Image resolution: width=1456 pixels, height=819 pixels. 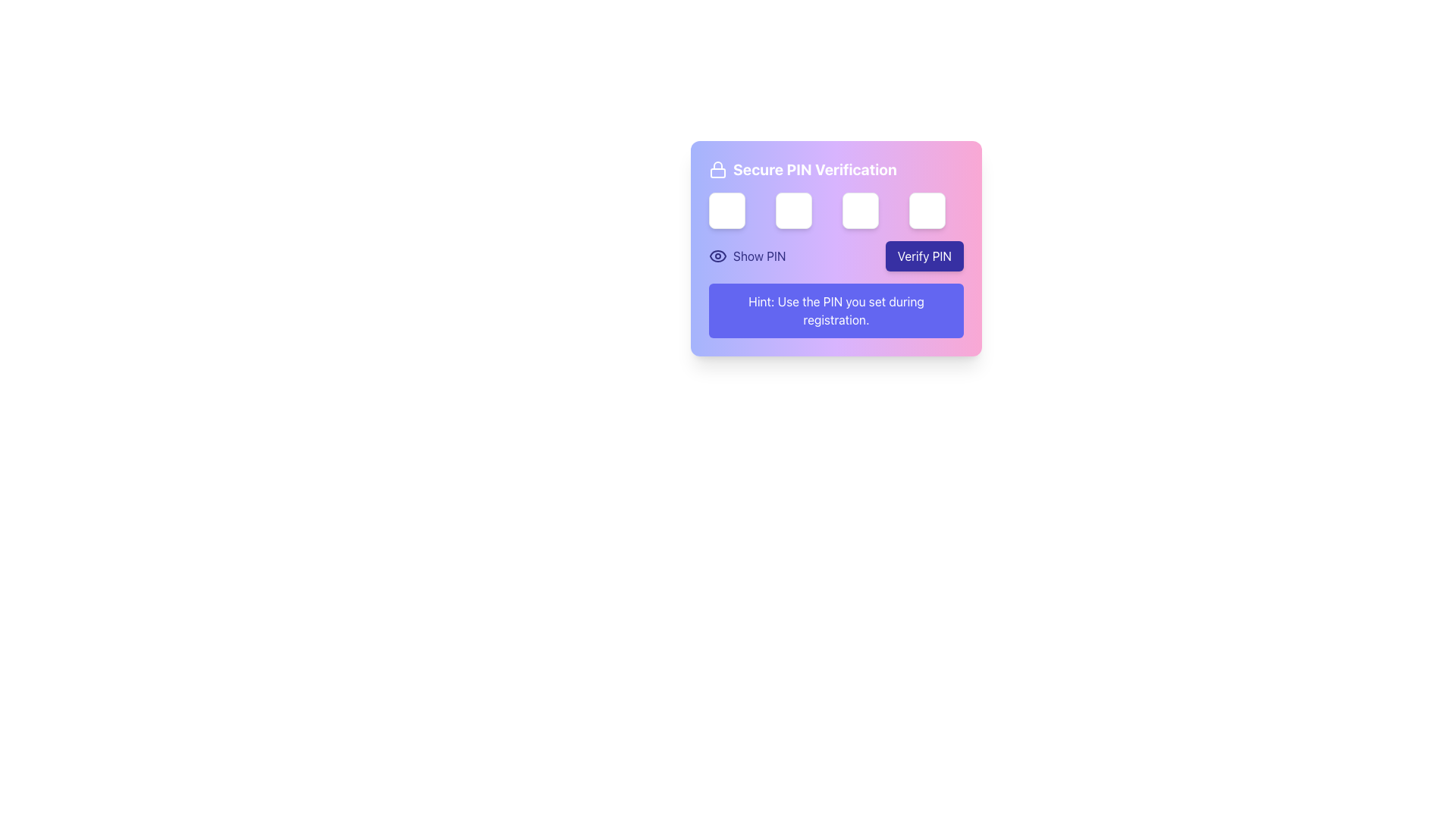 What do you see at coordinates (792, 210) in the screenshot?
I see `the second password input box to focus the input for entering characters` at bounding box center [792, 210].